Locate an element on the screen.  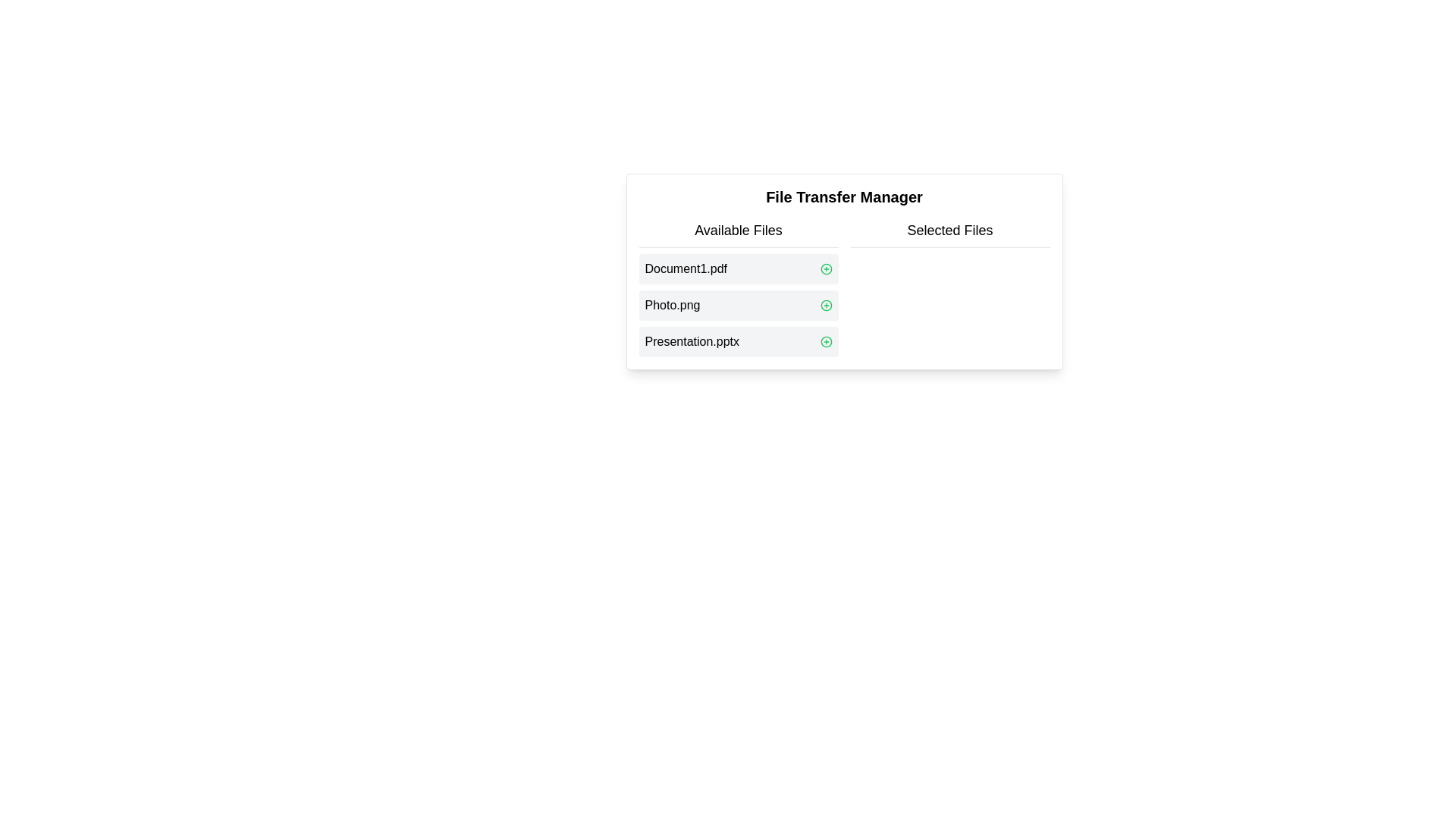
to select the file entry named 'Photo.png' in the 'Available Files' section, which is the second item in the vertical list is located at coordinates (739, 305).